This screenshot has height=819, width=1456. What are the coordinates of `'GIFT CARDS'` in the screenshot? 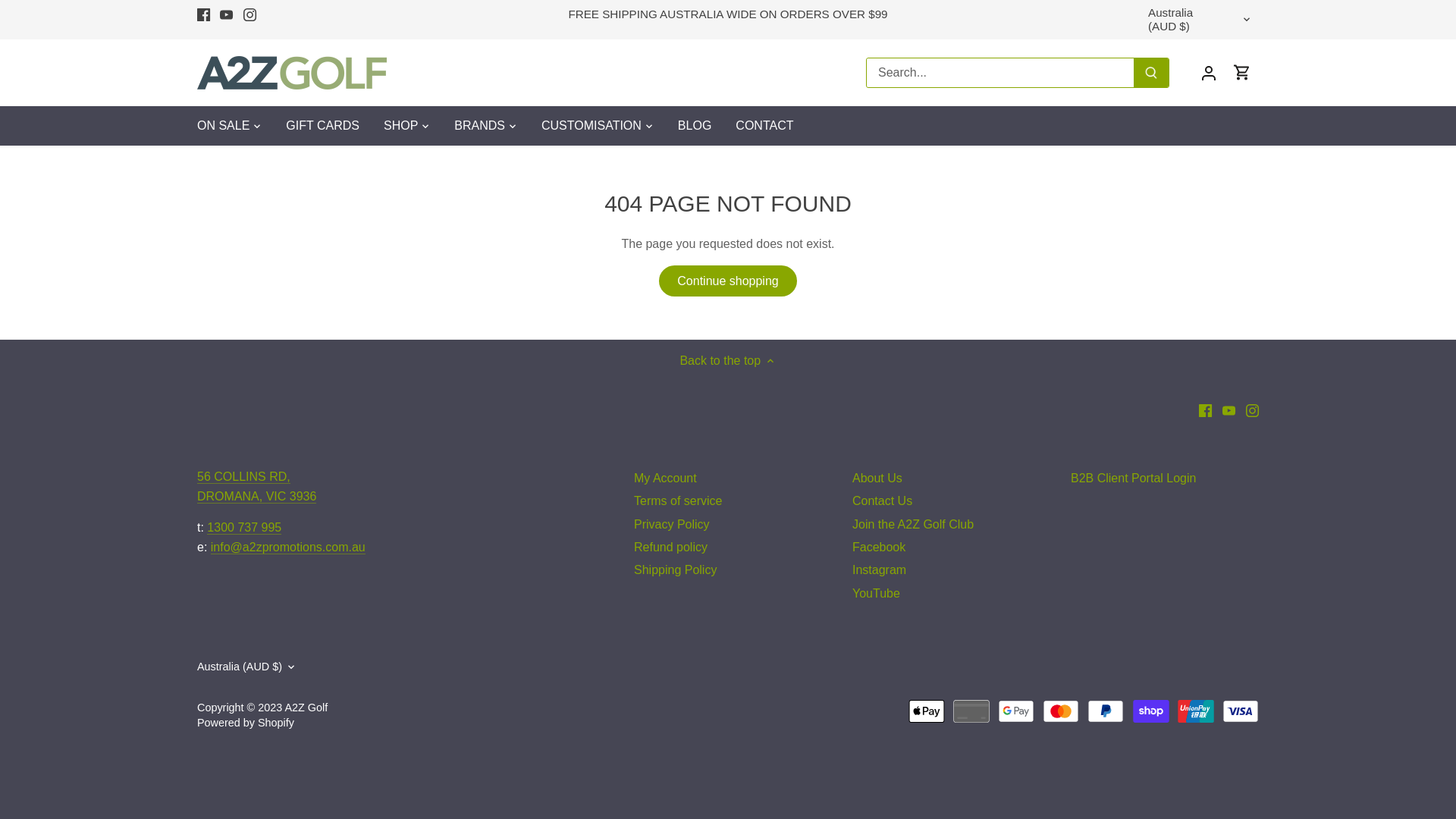 It's located at (322, 125).